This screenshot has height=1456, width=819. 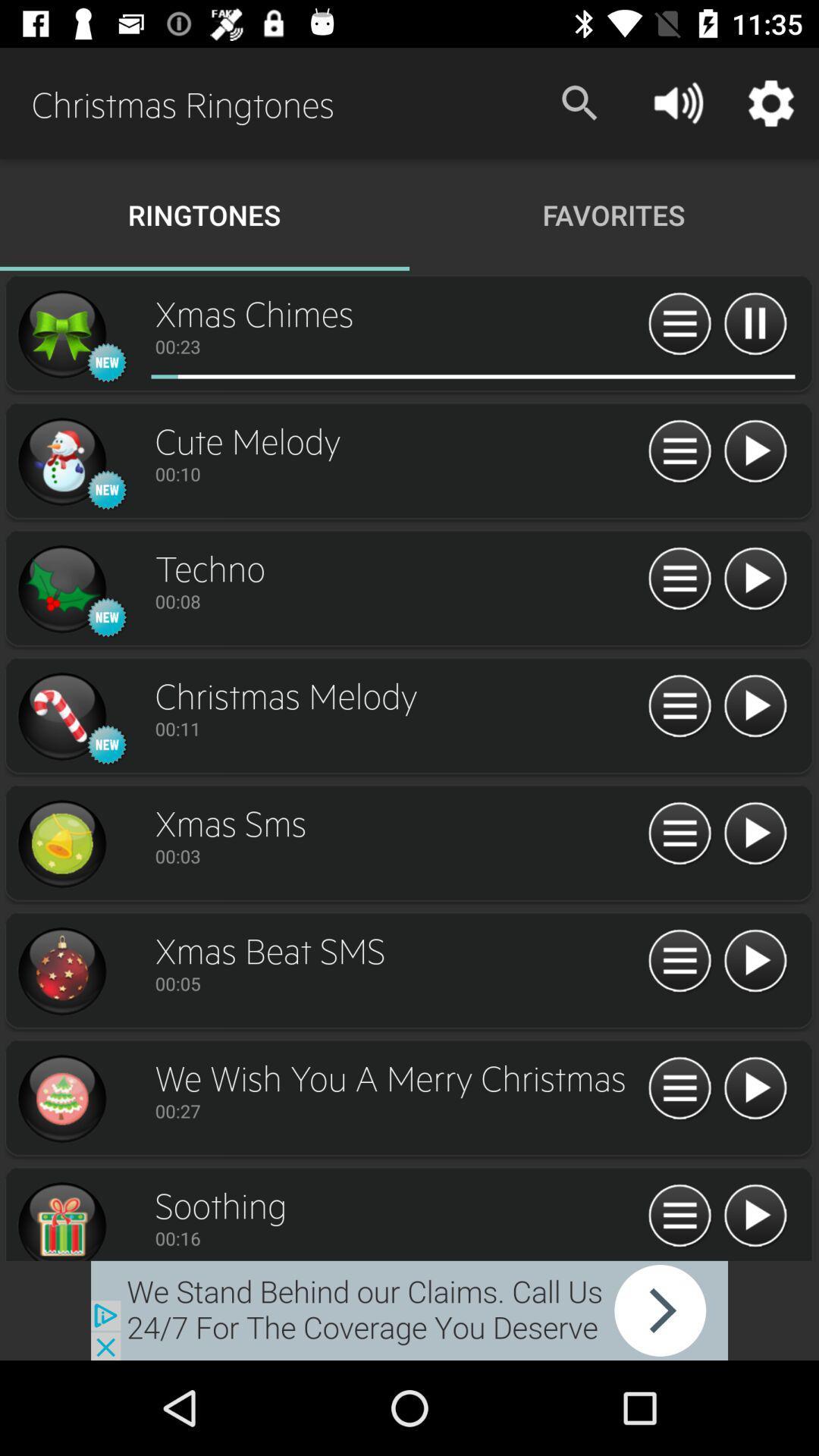 What do you see at coordinates (755, 324) in the screenshot?
I see `pause button` at bounding box center [755, 324].